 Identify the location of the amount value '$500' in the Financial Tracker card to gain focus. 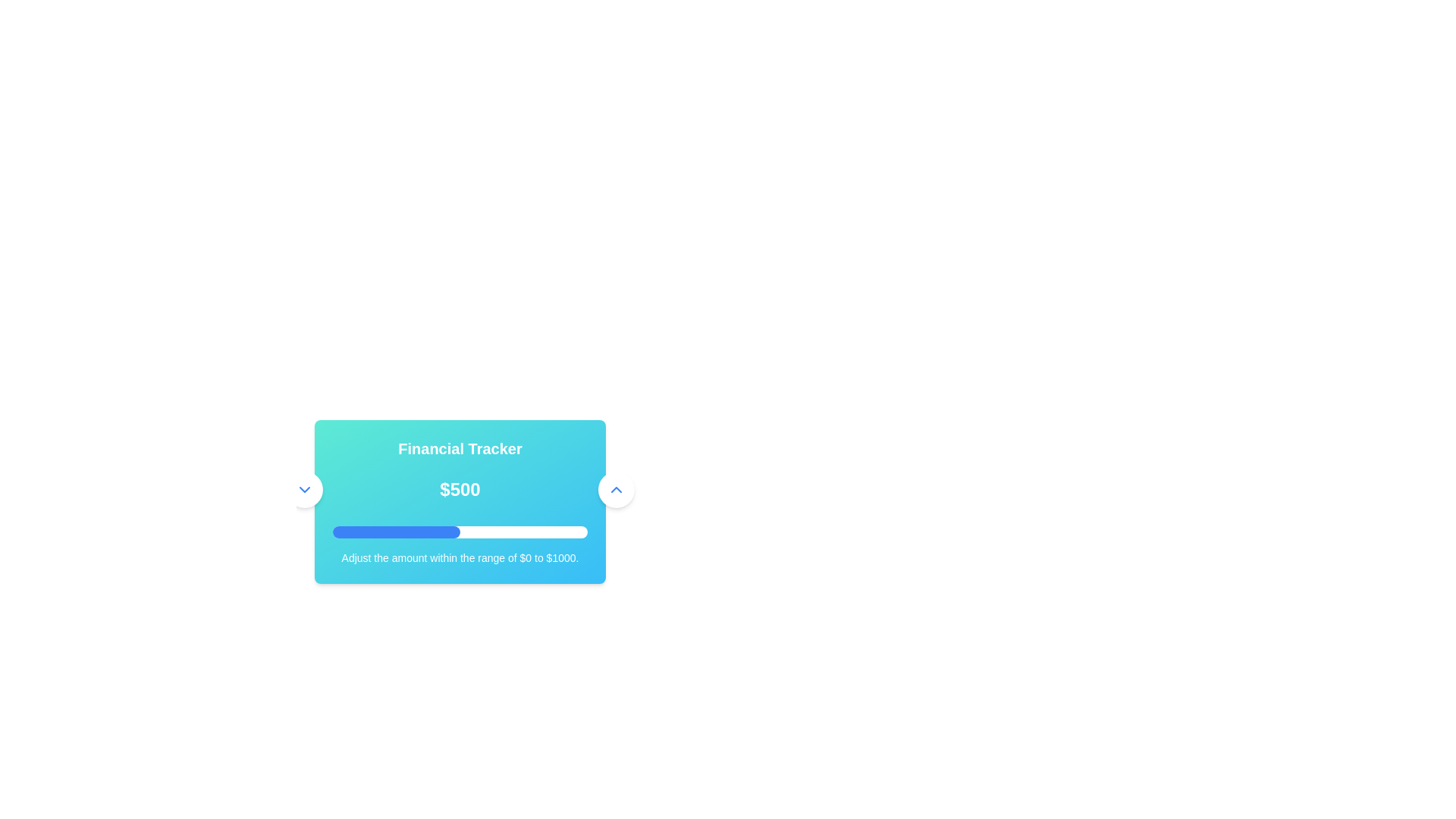
(459, 502).